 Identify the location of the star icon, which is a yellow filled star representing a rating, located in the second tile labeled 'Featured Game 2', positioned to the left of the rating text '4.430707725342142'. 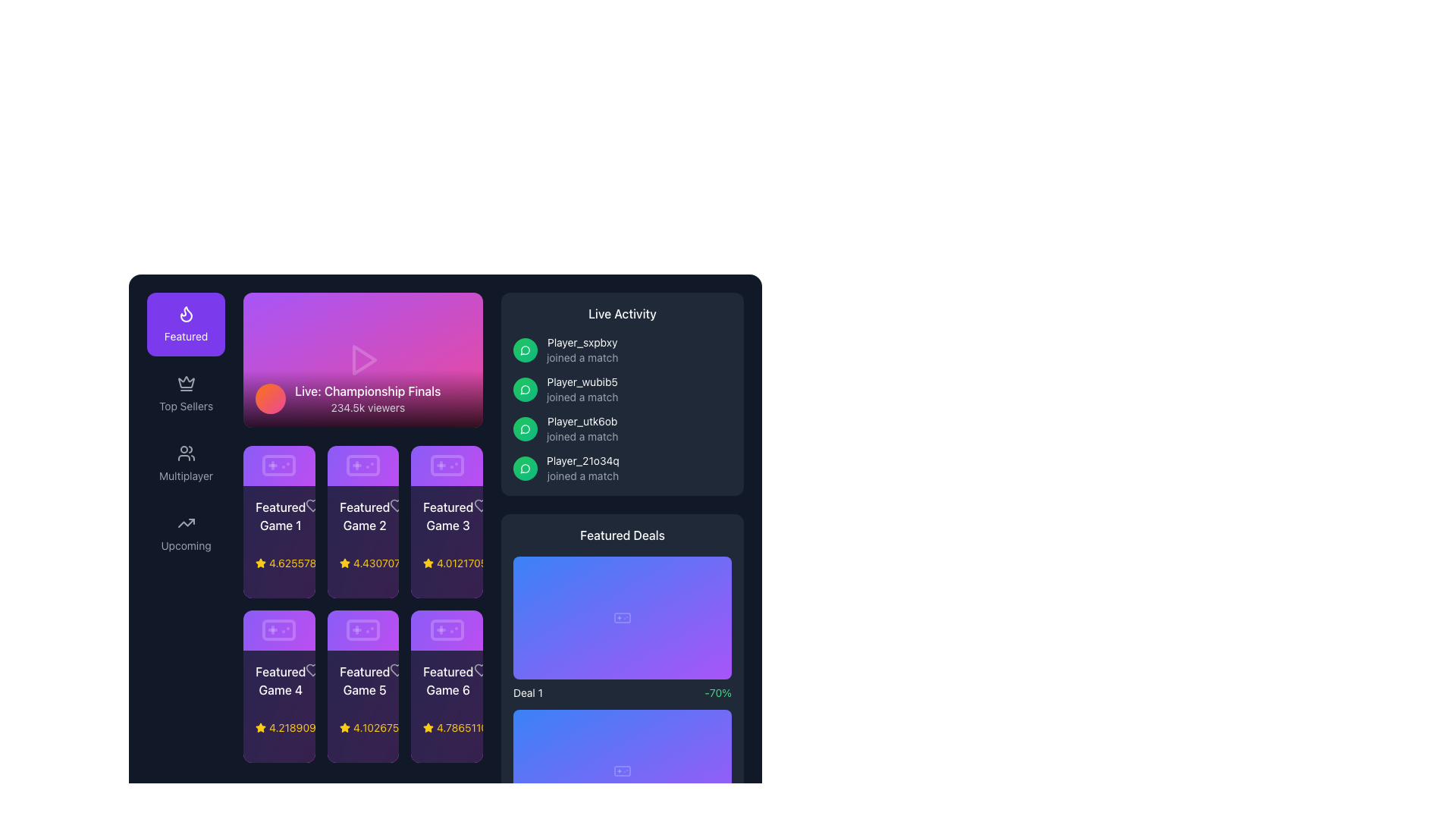
(344, 563).